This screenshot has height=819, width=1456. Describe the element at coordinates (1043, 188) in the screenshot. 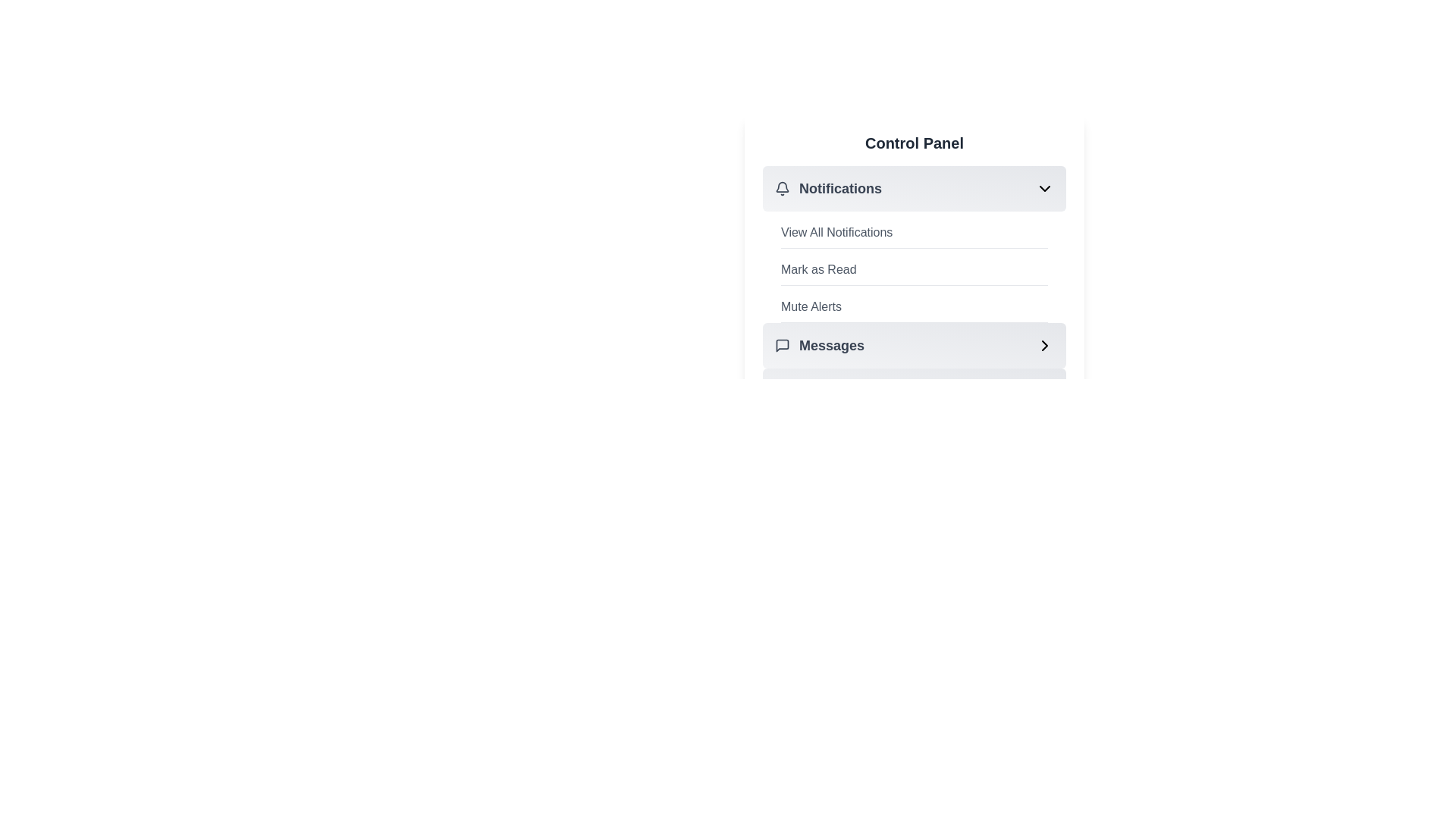

I see `the chevron-shaped icon pointing downwards located on the right side of the Notifications header` at that location.